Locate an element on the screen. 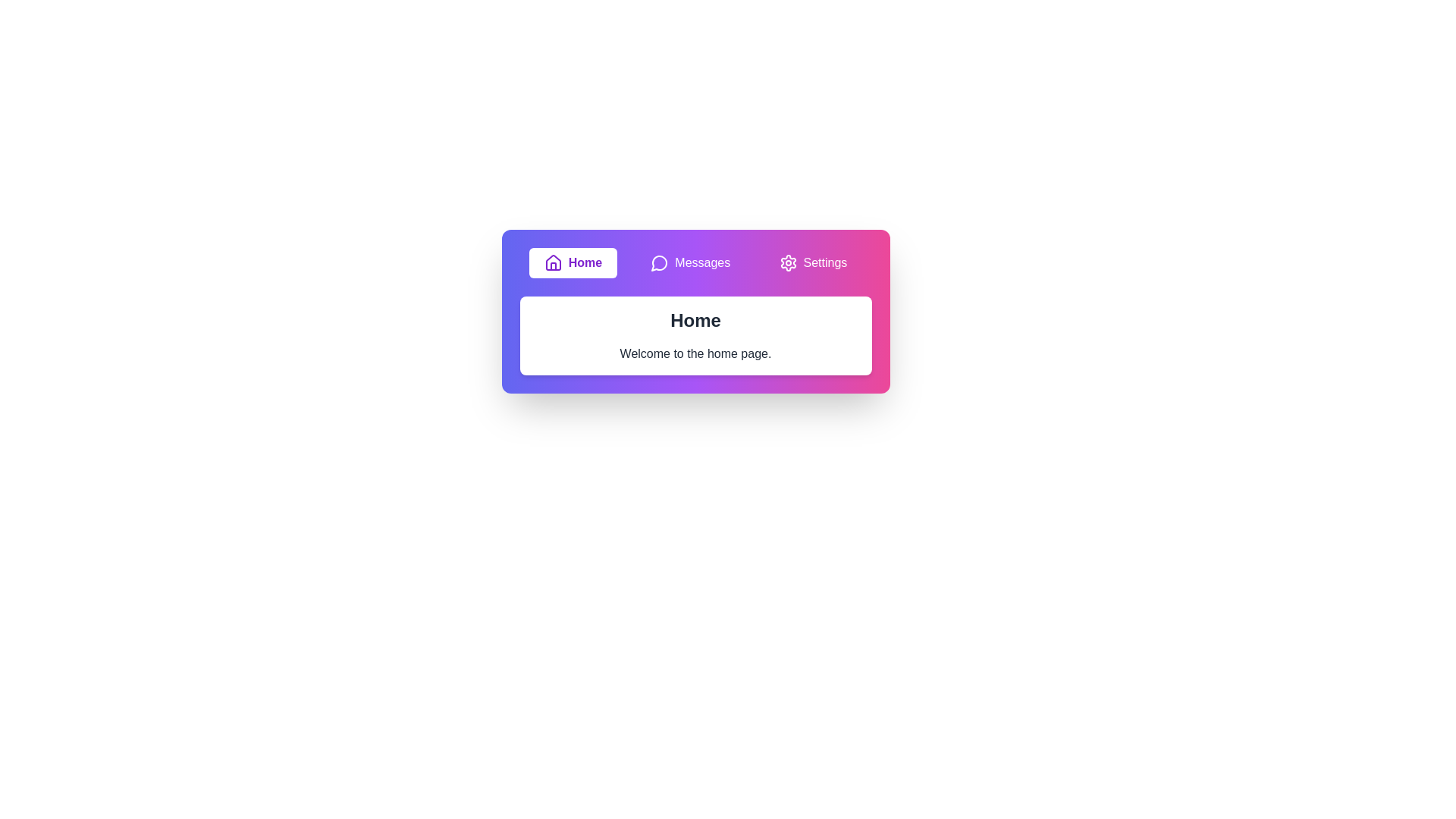 Image resolution: width=1456 pixels, height=819 pixels. the 'Settings' button located on the far right of the navigation bar is located at coordinates (812, 262).